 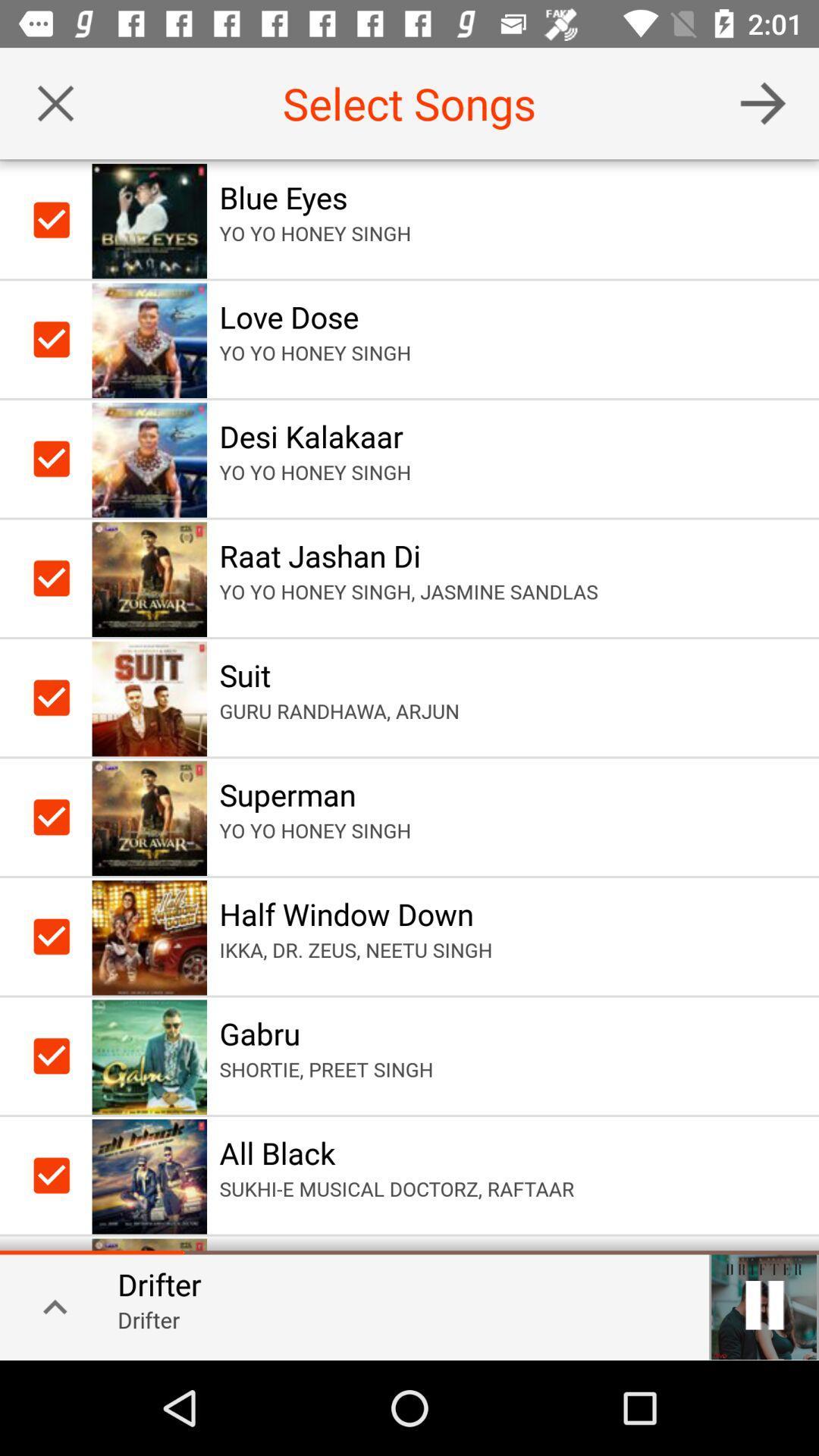 What do you see at coordinates (764, 1304) in the screenshot?
I see `pauses the current song` at bounding box center [764, 1304].